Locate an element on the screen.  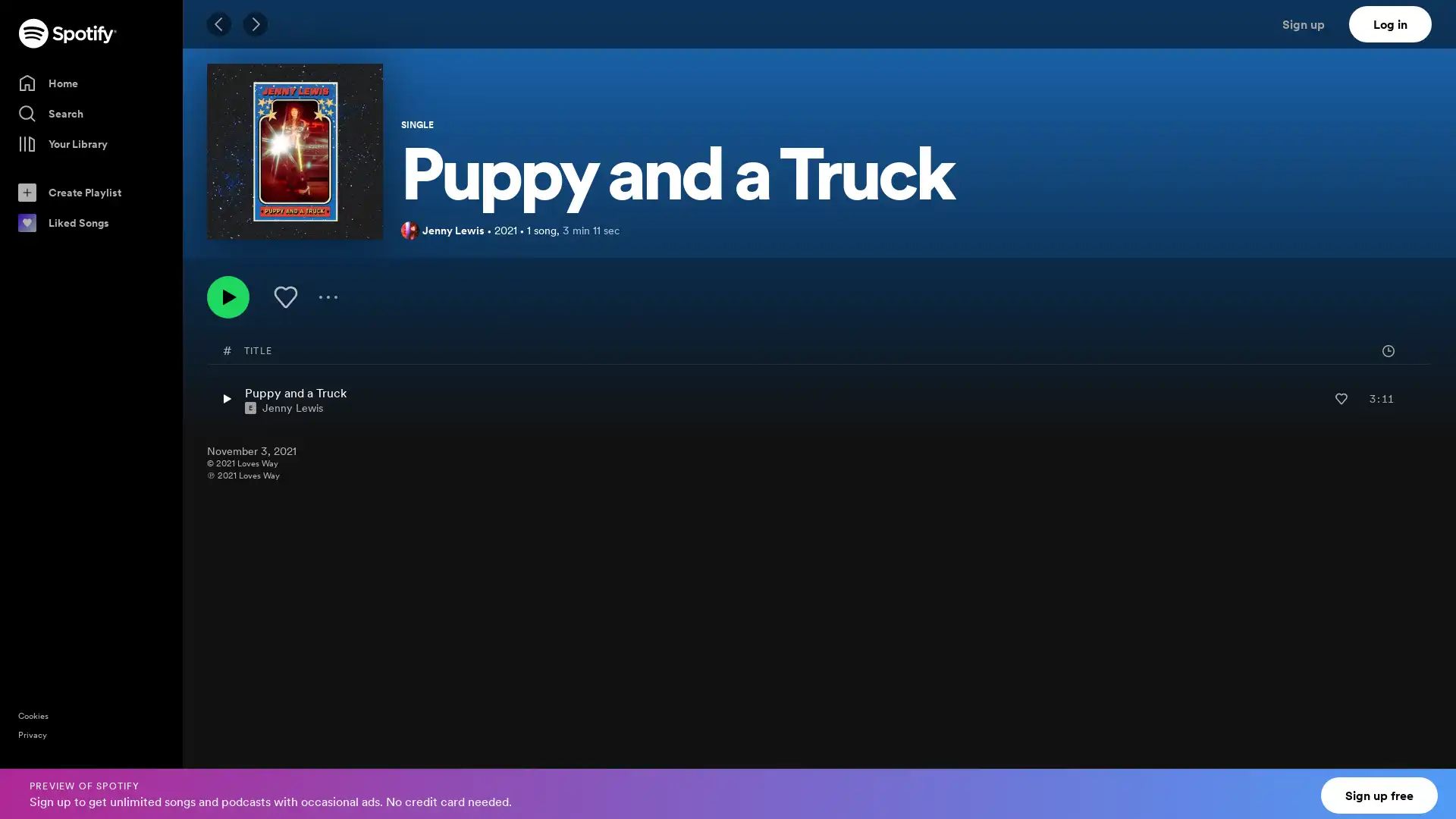
Close is located at coordinates (1430, 784).